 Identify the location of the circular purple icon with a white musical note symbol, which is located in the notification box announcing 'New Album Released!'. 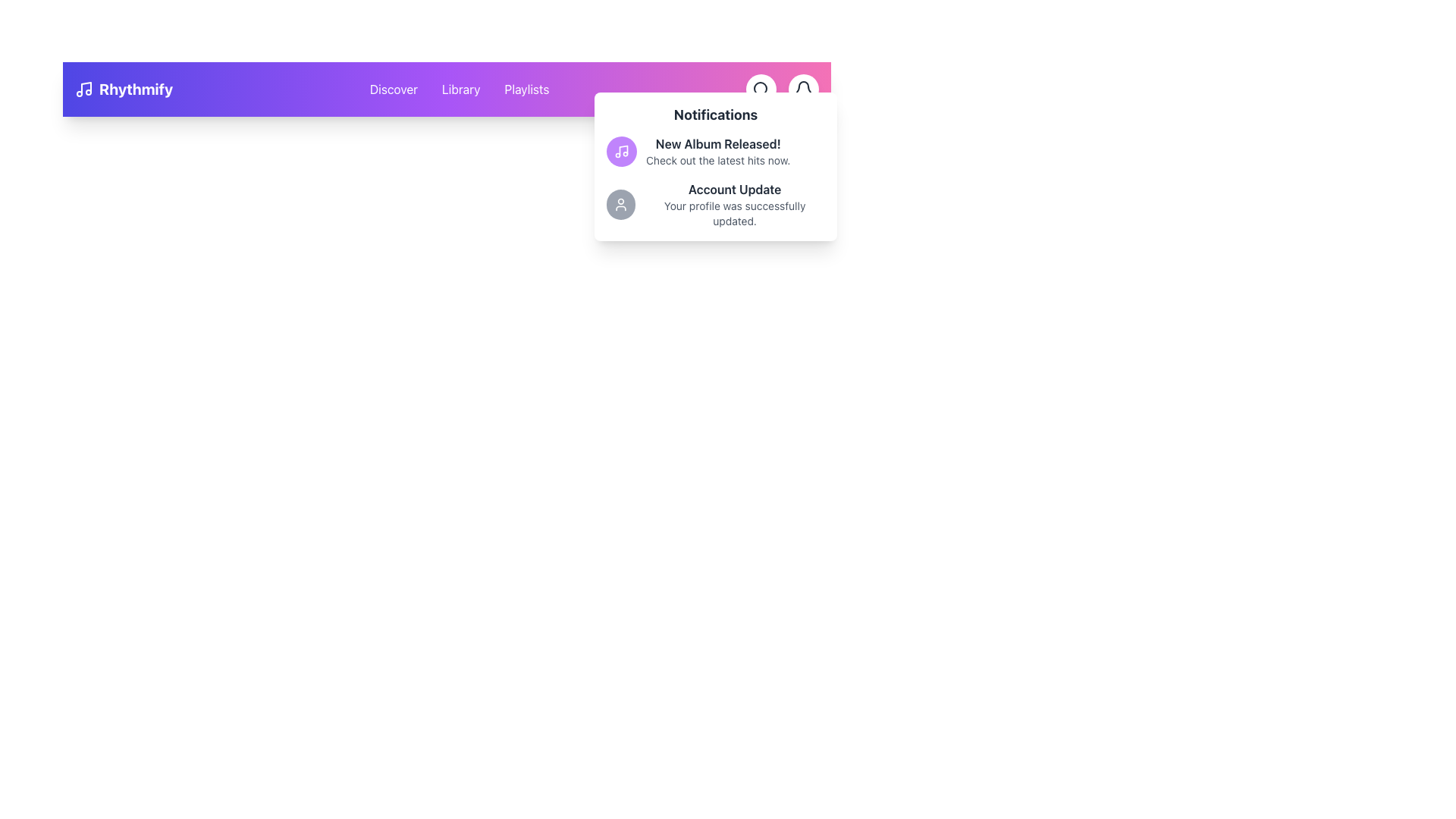
(622, 152).